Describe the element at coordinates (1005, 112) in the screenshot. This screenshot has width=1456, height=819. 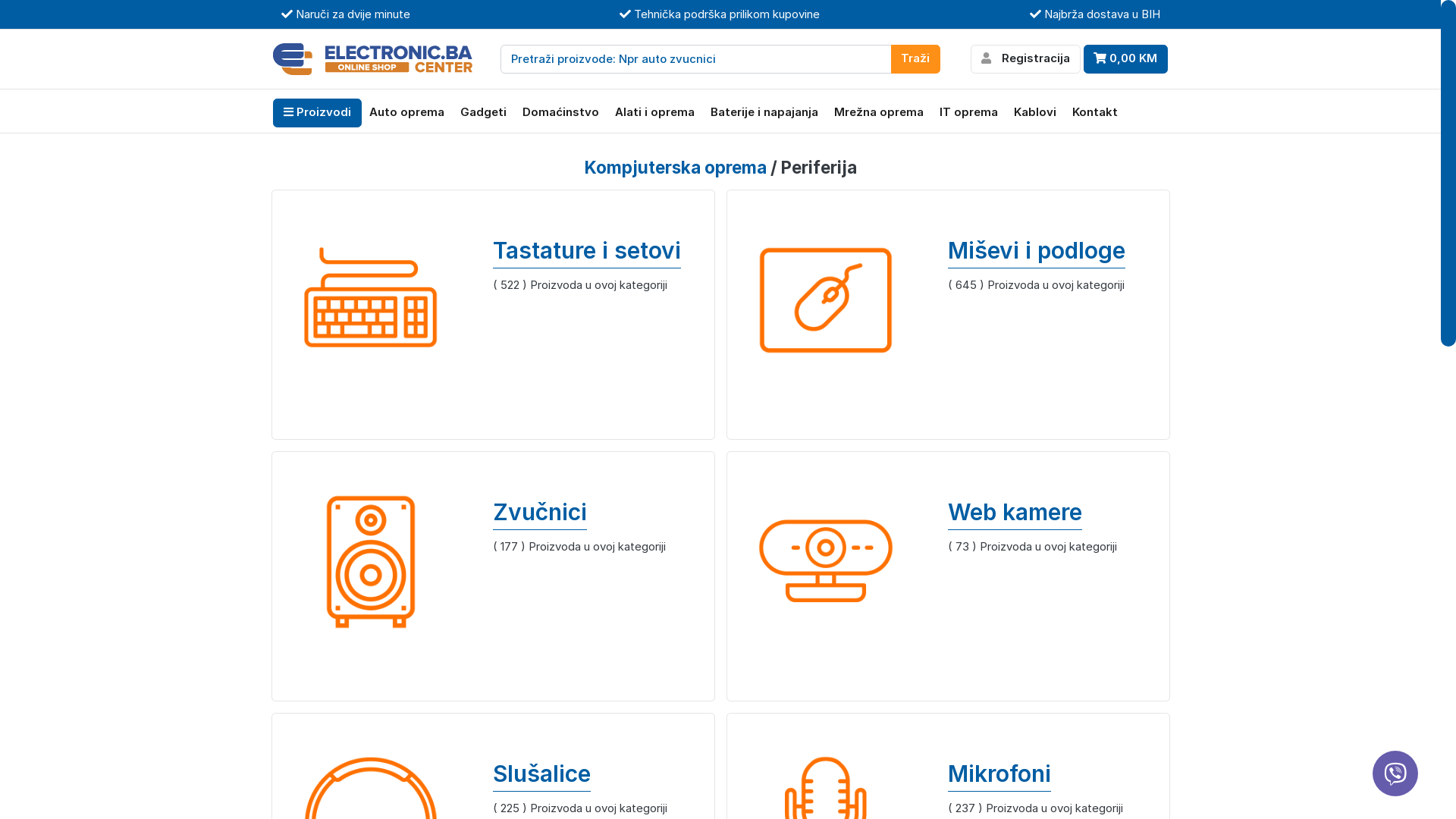
I see `'Kablovi'` at that location.